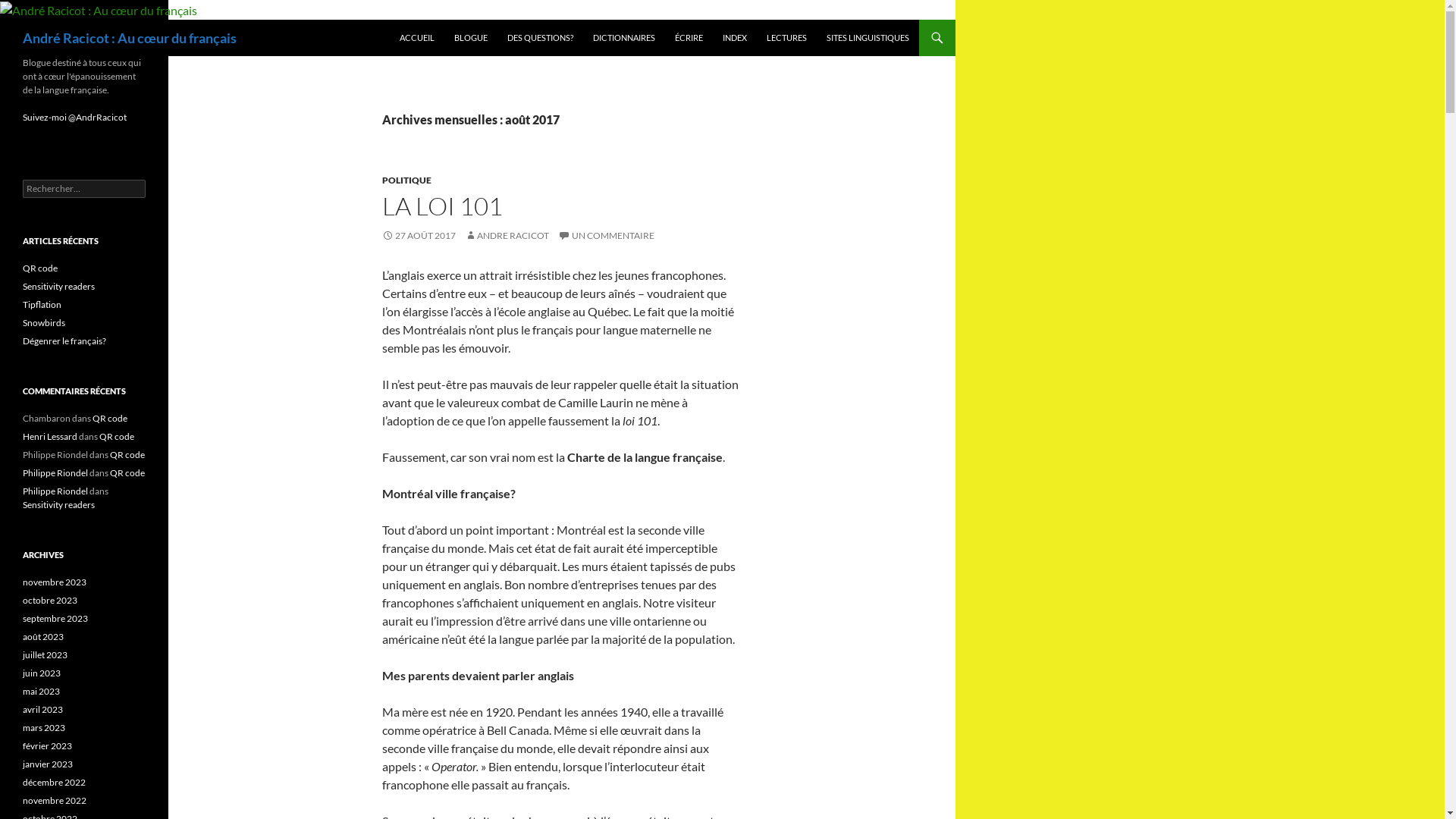 Image resolution: width=1456 pixels, height=819 pixels. What do you see at coordinates (55, 581) in the screenshot?
I see `'novembre 2023'` at bounding box center [55, 581].